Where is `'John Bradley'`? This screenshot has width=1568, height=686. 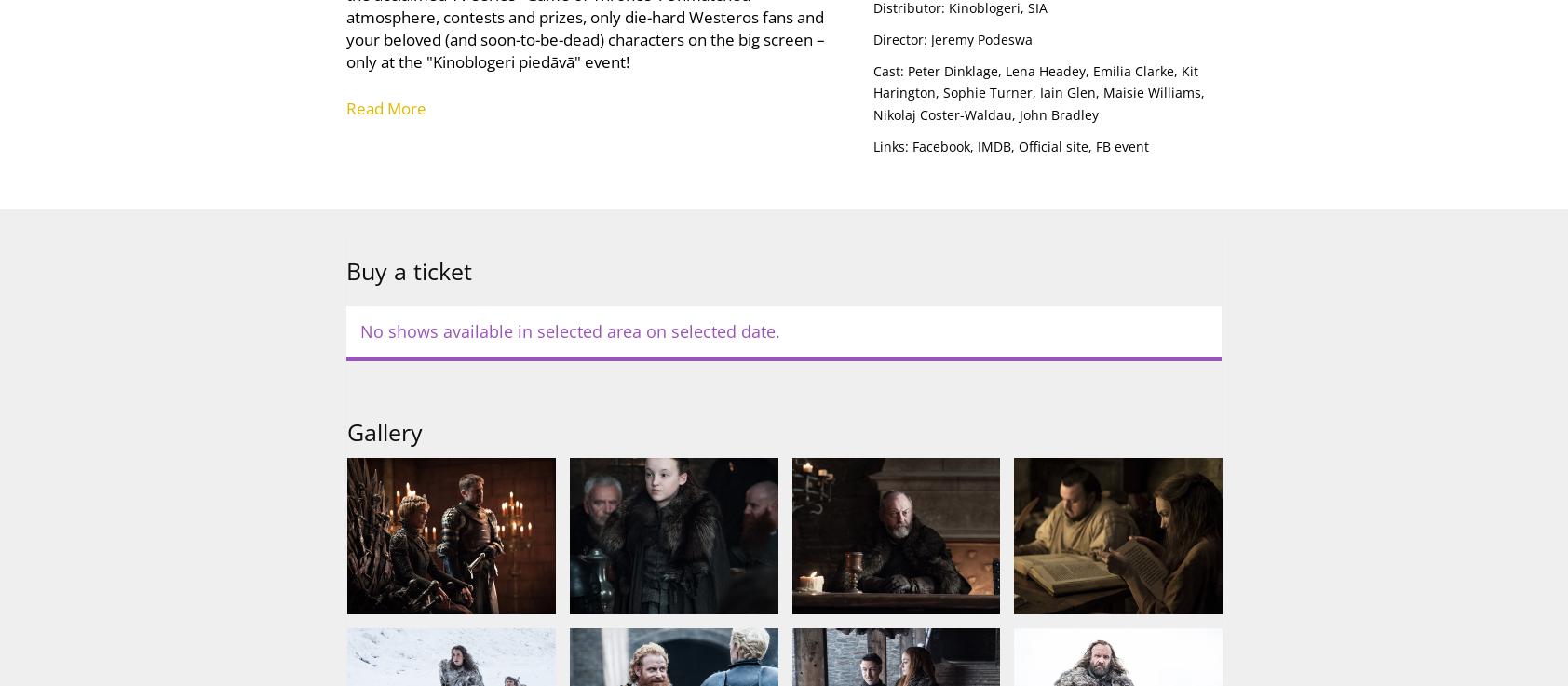
'John Bradley' is located at coordinates (1018, 114).